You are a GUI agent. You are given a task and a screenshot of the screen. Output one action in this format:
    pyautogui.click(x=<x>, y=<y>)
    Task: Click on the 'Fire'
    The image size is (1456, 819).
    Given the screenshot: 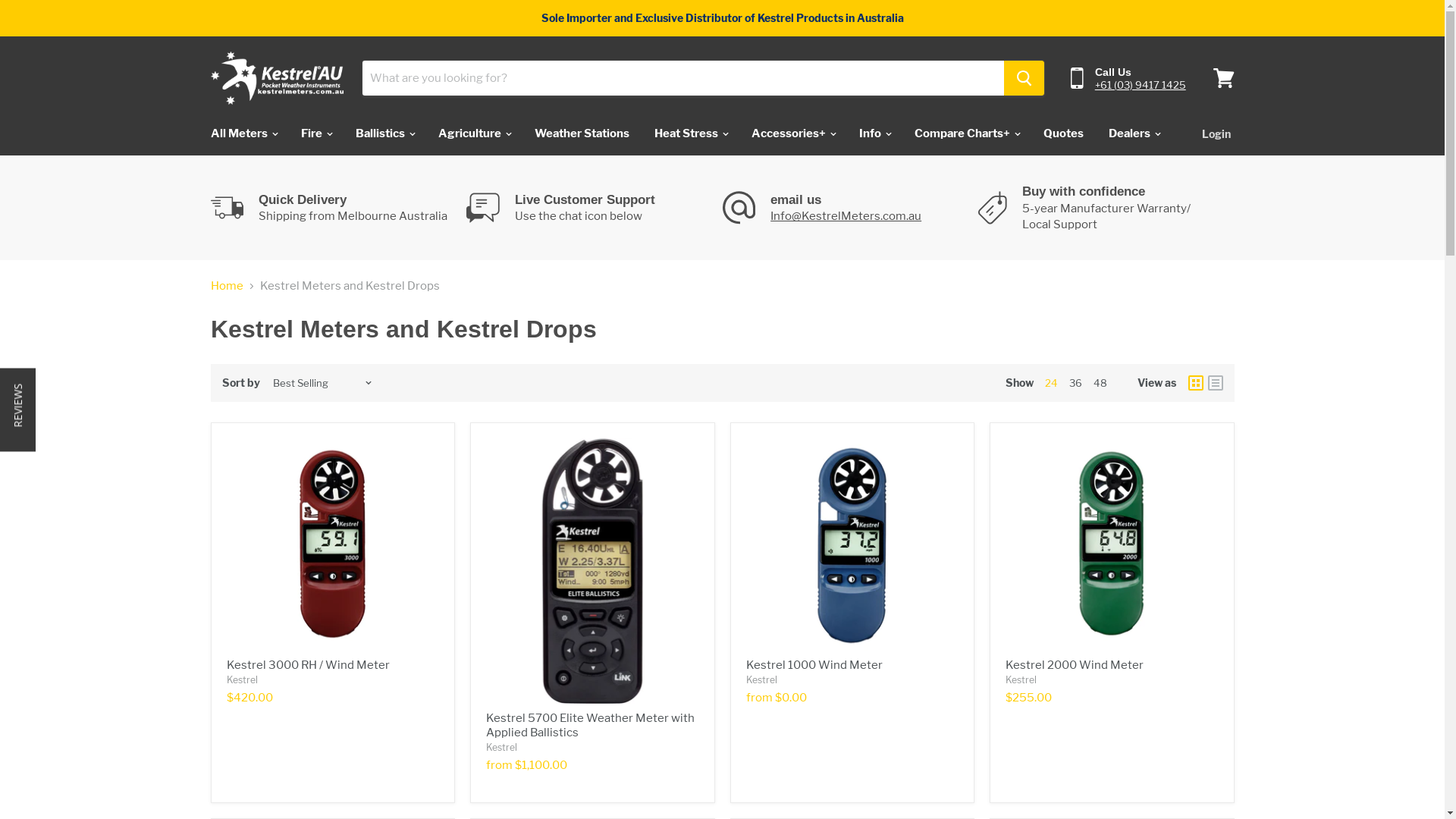 What is the action you would take?
    pyautogui.click(x=315, y=133)
    